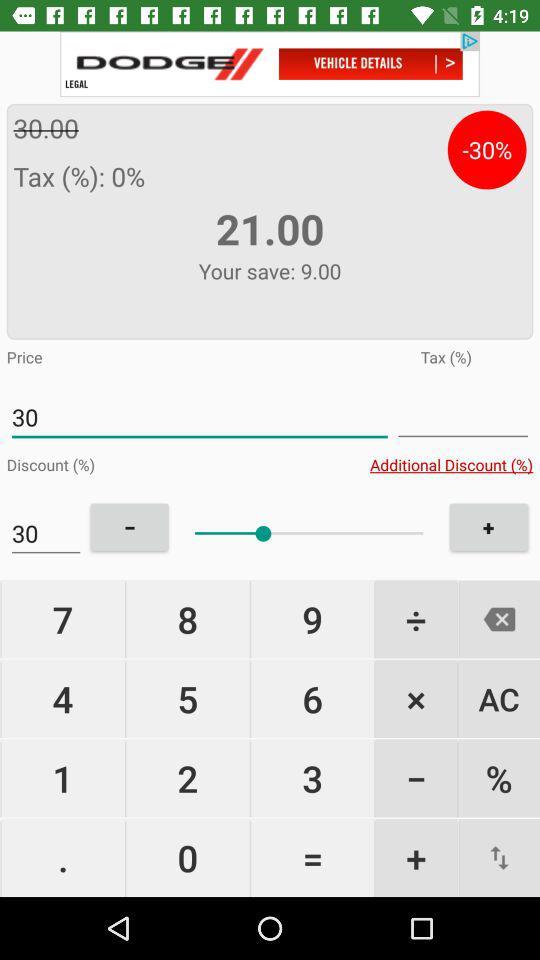  Describe the element at coordinates (270, 64) in the screenshot. I see `open advertisement` at that location.